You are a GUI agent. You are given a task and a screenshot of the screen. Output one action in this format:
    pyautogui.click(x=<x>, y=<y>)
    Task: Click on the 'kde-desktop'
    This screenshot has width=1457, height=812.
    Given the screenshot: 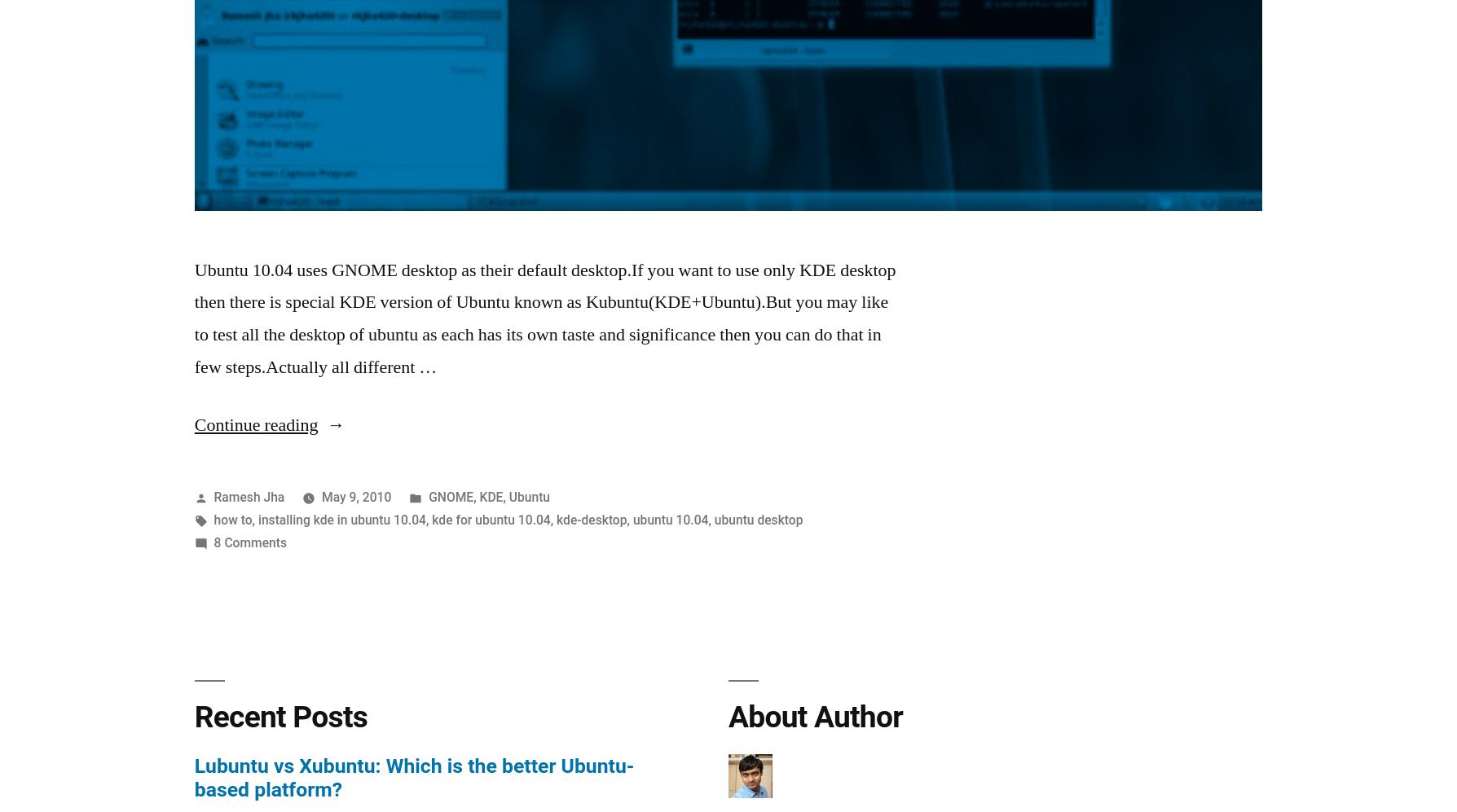 What is the action you would take?
    pyautogui.click(x=590, y=519)
    